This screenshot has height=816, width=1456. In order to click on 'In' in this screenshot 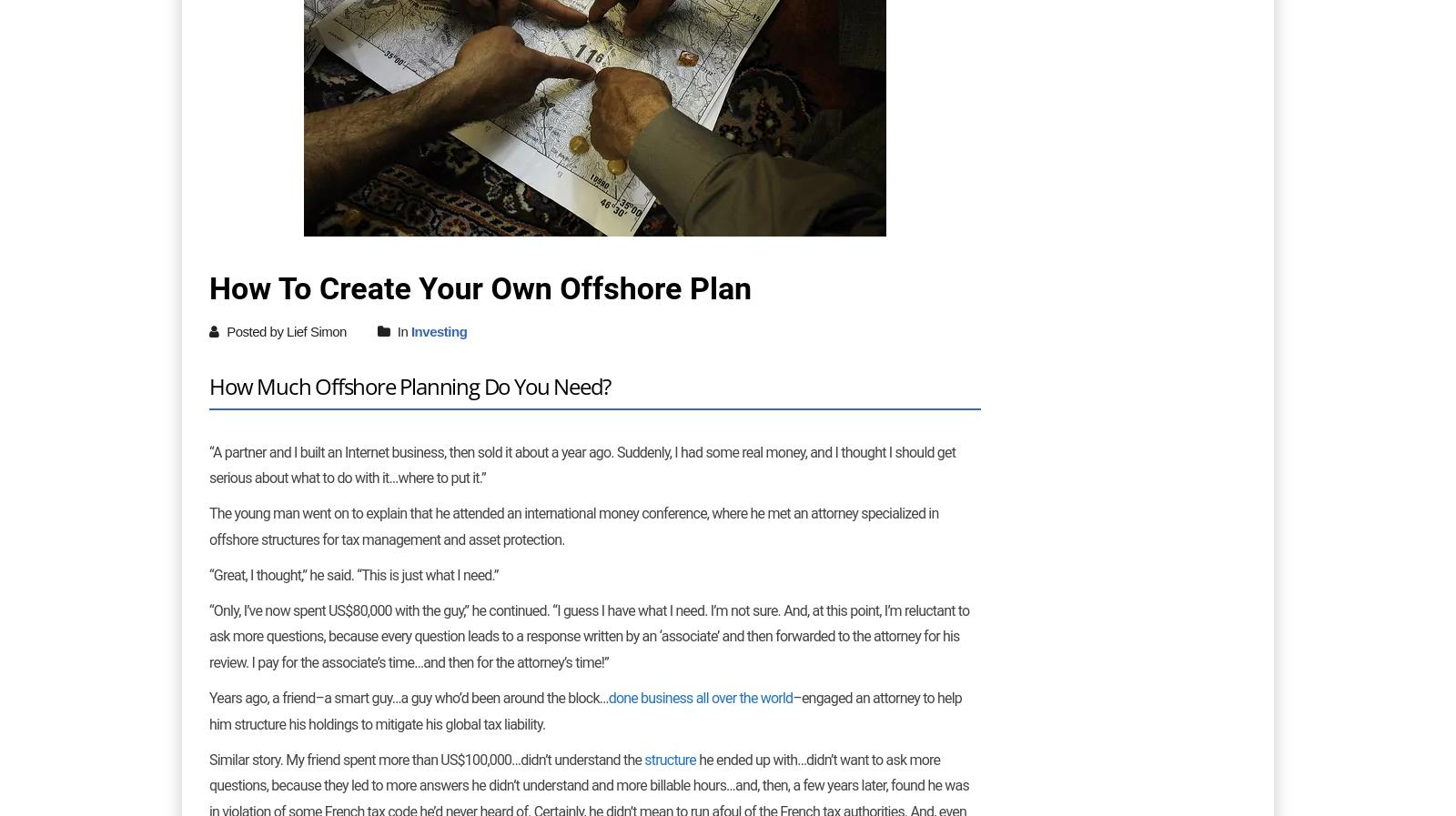, I will do `click(392, 330)`.